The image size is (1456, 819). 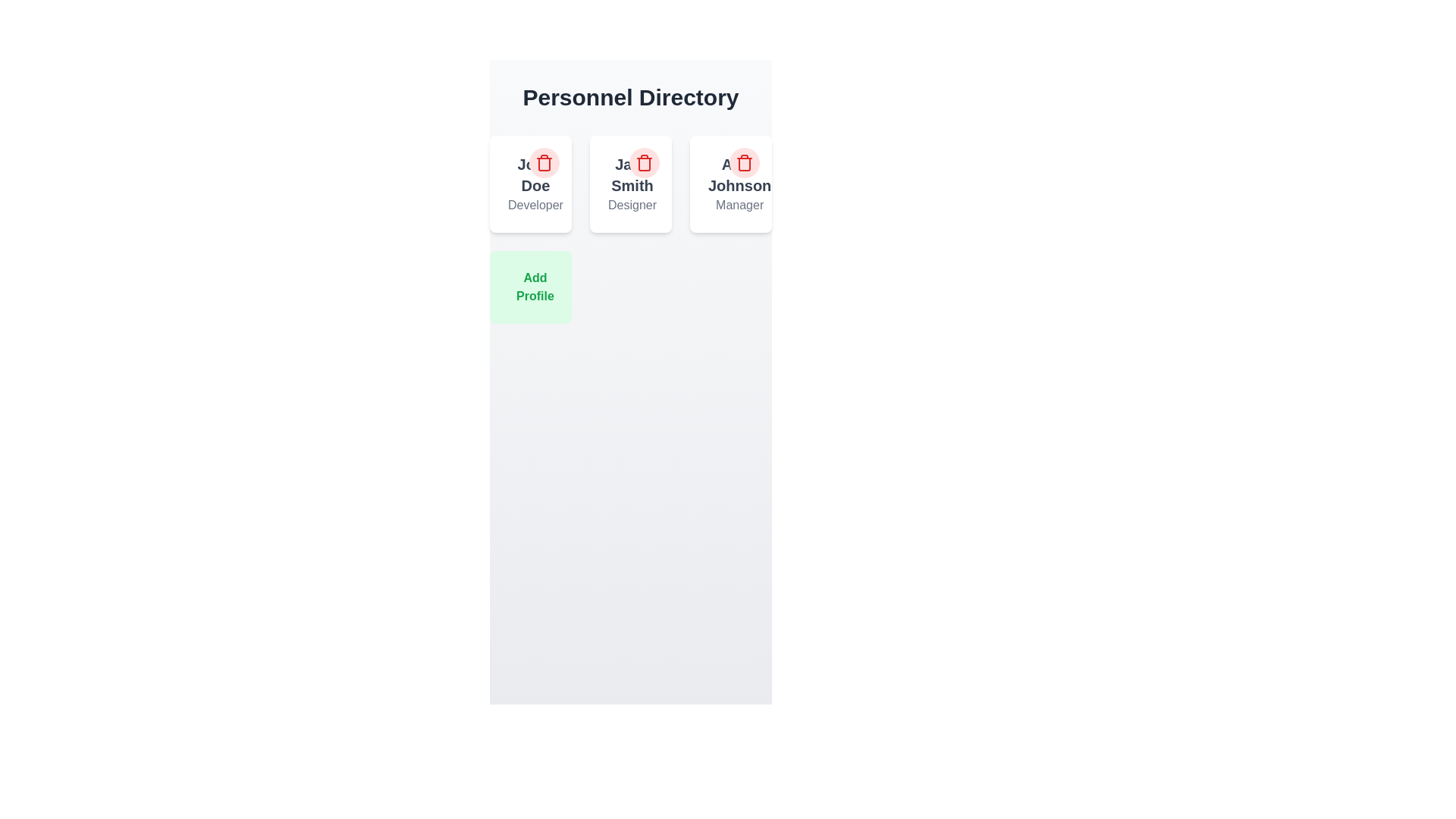 What do you see at coordinates (632, 174) in the screenshot?
I see `the Static text label displaying 'Jane Smith', which is located in the second card from the left in the Personnel Directory interface, above the subtitle 'Designer'` at bounding box center [632, 174].